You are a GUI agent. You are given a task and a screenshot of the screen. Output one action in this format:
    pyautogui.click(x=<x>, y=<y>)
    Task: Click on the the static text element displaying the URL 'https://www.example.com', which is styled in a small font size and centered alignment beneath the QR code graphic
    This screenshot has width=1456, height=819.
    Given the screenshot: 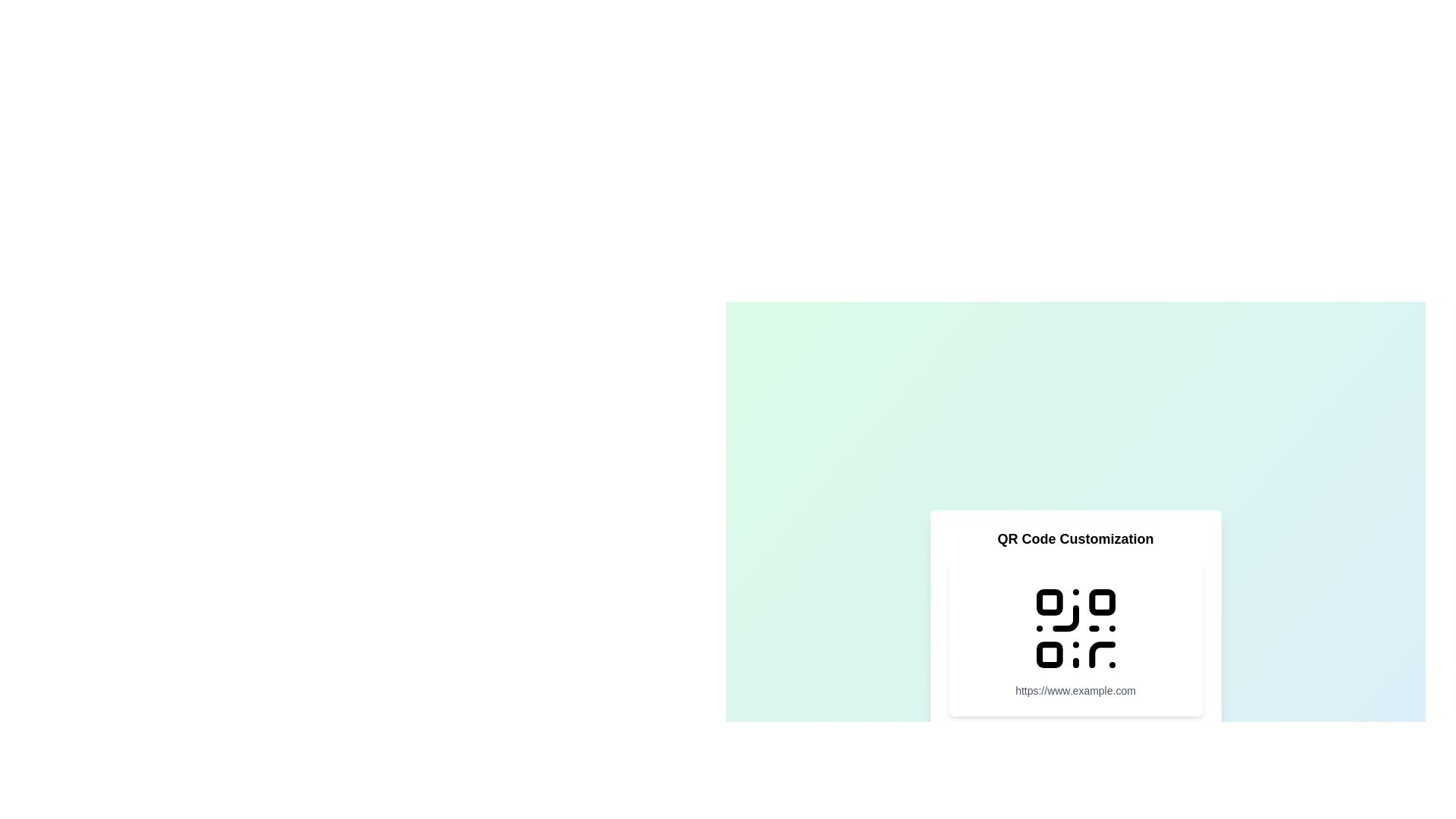 What is the action you would take?
    pyautogui.click(x=1075, y=690)
    